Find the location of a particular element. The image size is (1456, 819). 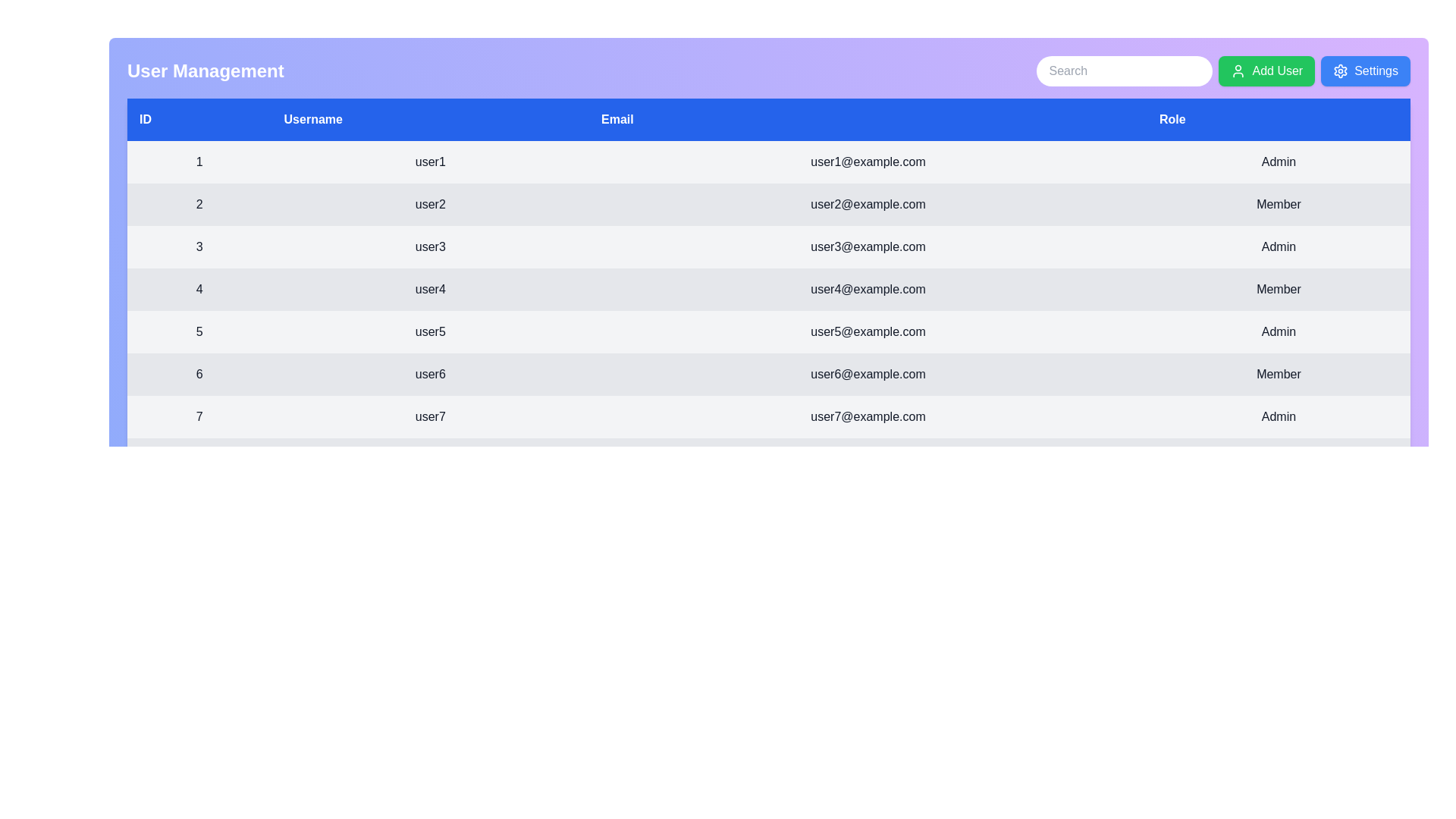

the column header to sort by ID is located at coordinates (199, 119).